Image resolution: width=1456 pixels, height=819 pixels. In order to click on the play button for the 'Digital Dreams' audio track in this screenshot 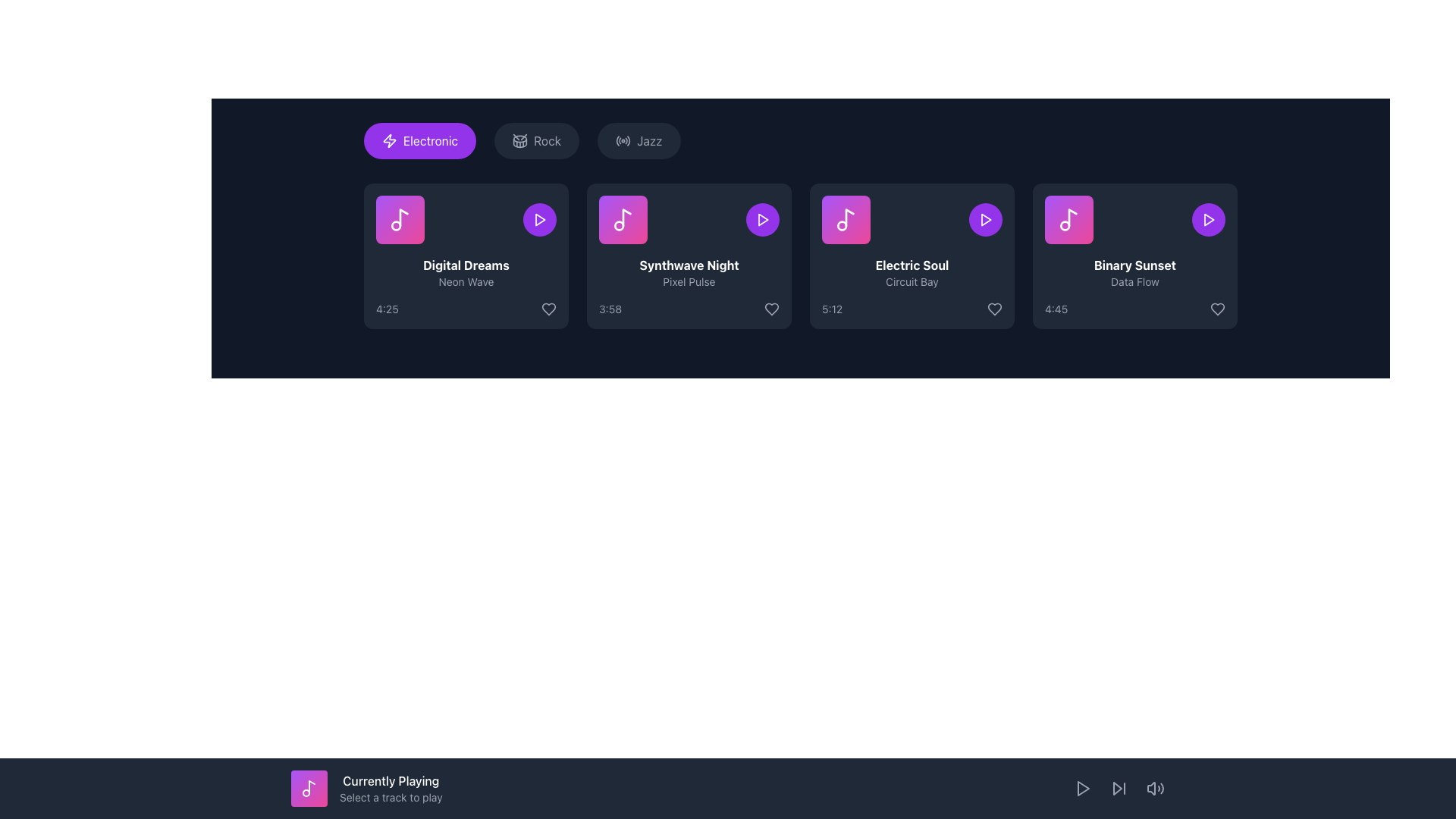, I will do `click(539, 219)`.